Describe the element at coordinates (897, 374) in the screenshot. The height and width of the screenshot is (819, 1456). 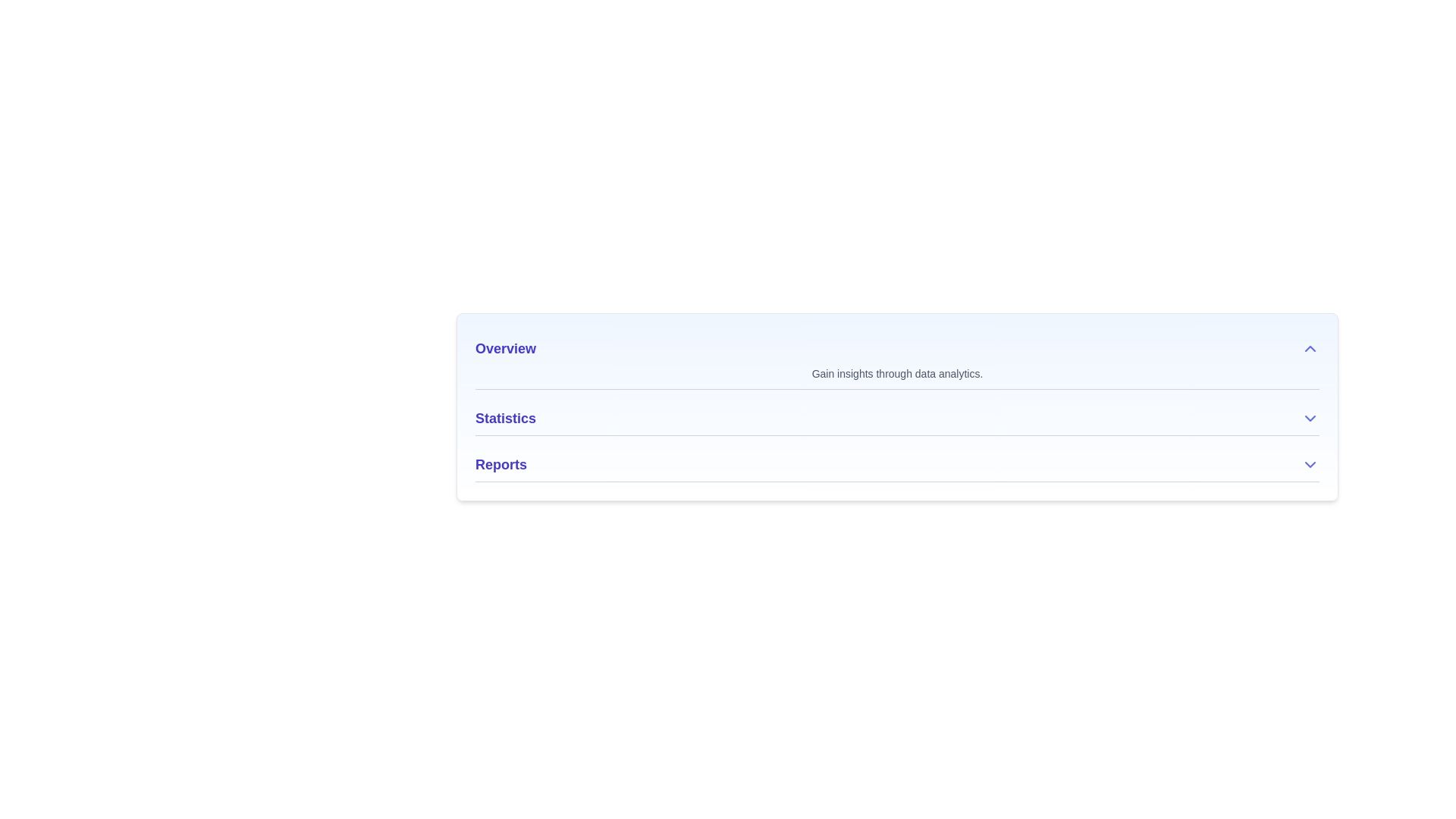
I see `the Text Label located below the 'Overview' heading, providing additional details about the 'Overview' section` at that location.